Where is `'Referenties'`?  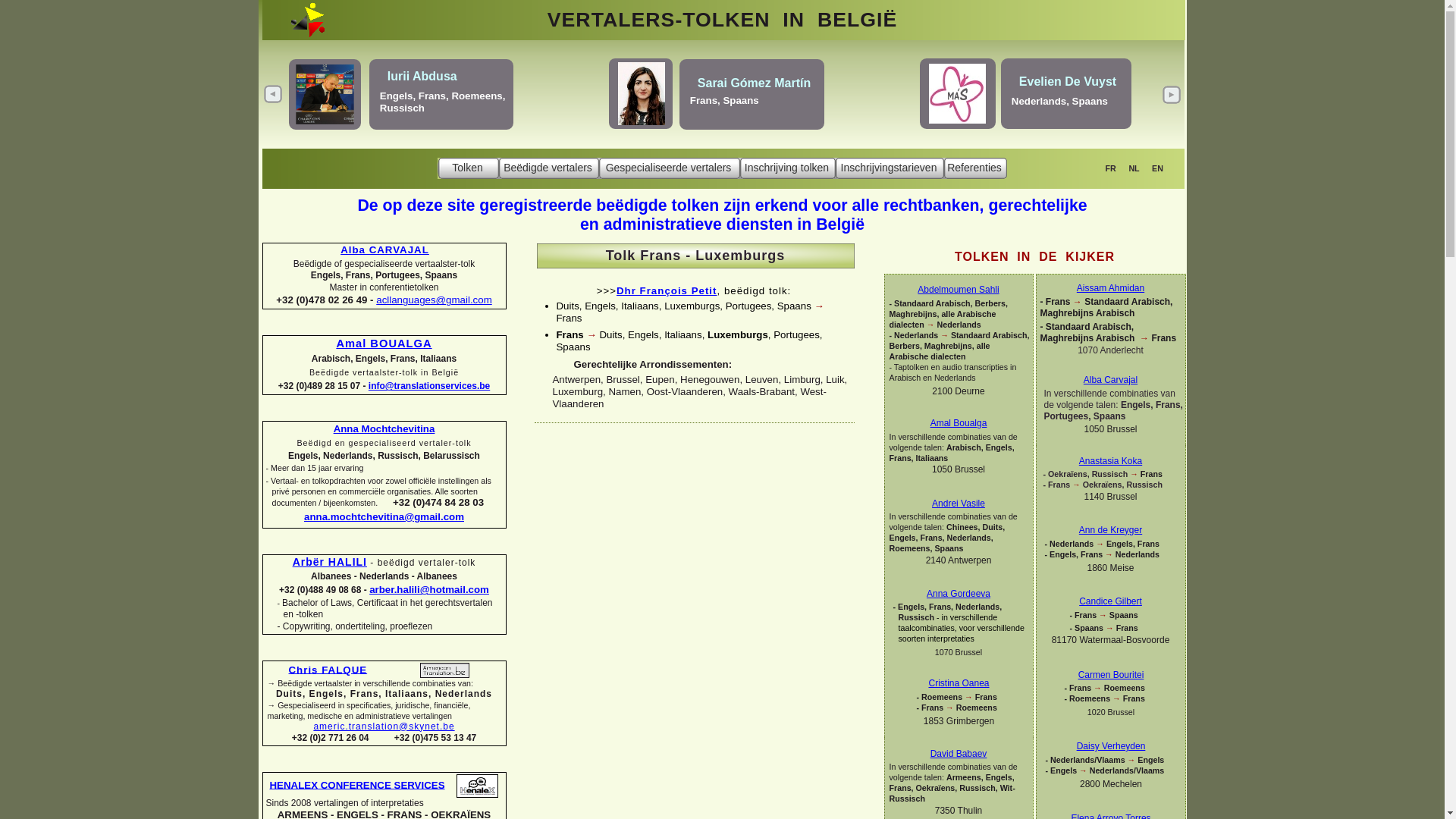 'Referenties' is located at coordinates (974, 168).